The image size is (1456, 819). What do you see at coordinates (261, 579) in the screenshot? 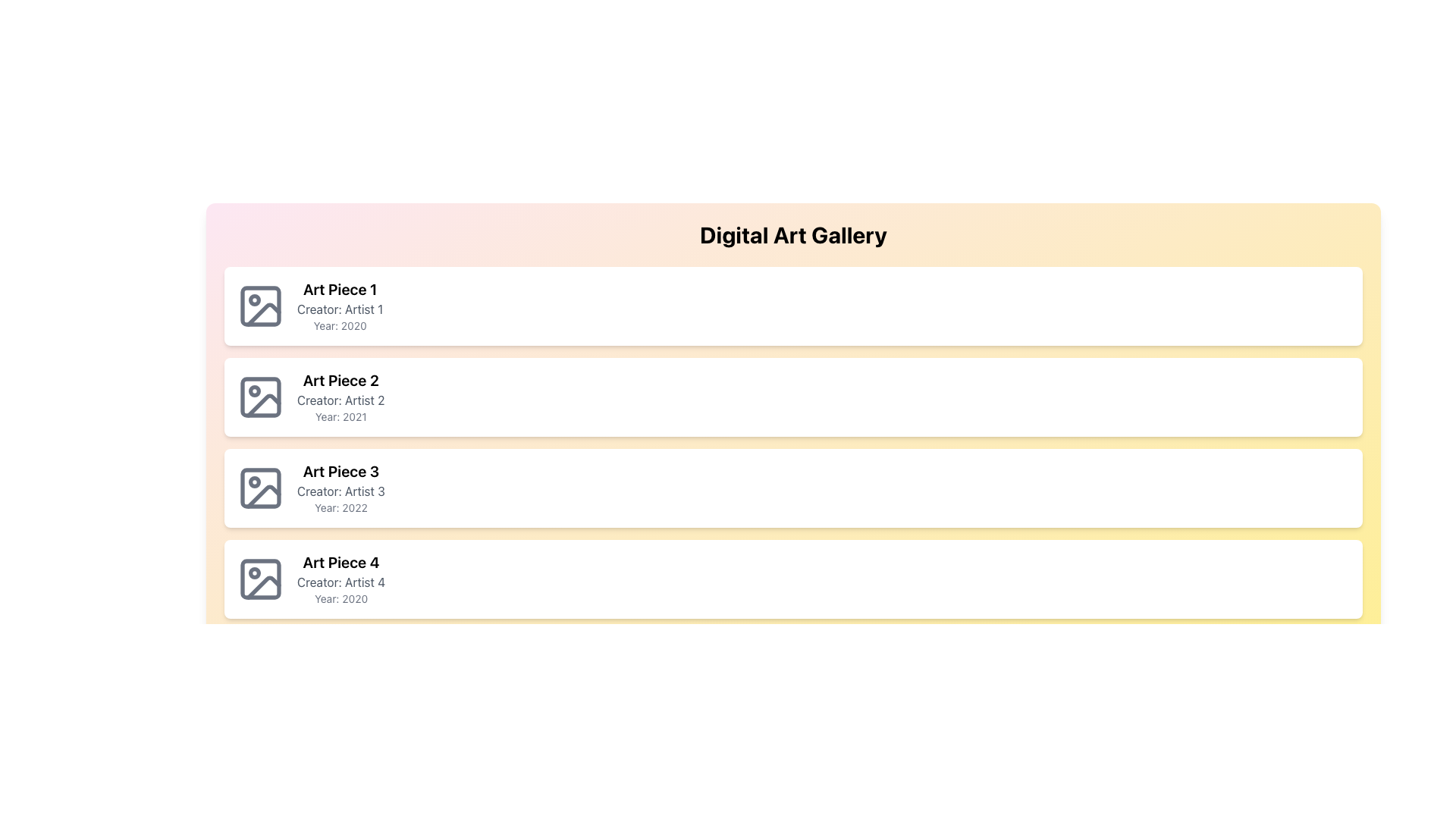
I see `the graphical icon resembling a picture frame containing a circle located on the left within the row labeled 'Art Piece 4' in the 'Digital Art Gallery' interface` at bounding box center [261, 579].